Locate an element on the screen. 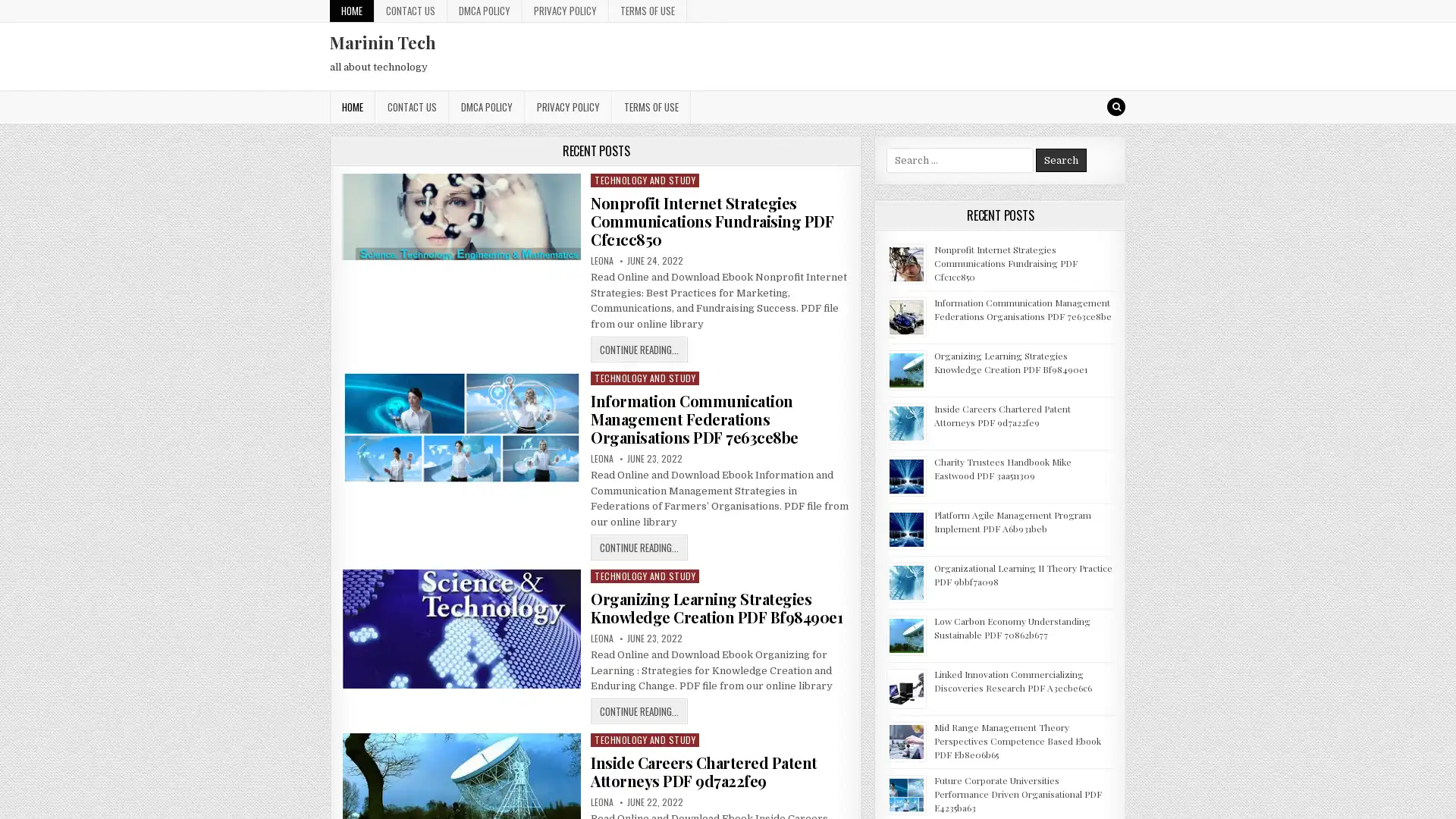 This screenshot has width=1456, height=819. Search is located at coordinates (1060, 160).